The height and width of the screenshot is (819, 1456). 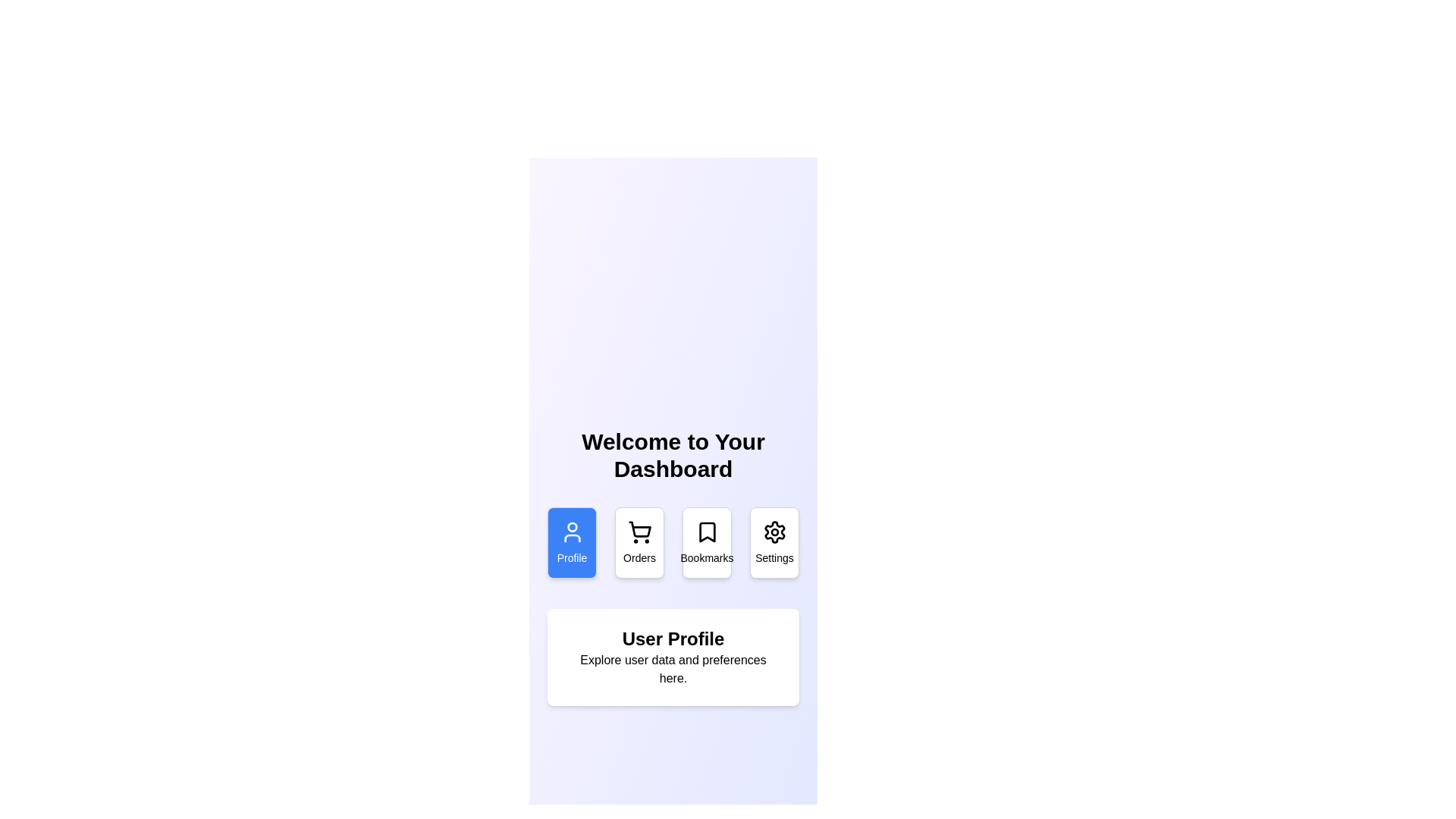 What do you see at coordinates (706, 558) in the screenshot?
I see `the 'Bookmarks' label, which is the third item in the navigation options under 'Welcome to Your Dashboard'` at bounding box center [706, 558].